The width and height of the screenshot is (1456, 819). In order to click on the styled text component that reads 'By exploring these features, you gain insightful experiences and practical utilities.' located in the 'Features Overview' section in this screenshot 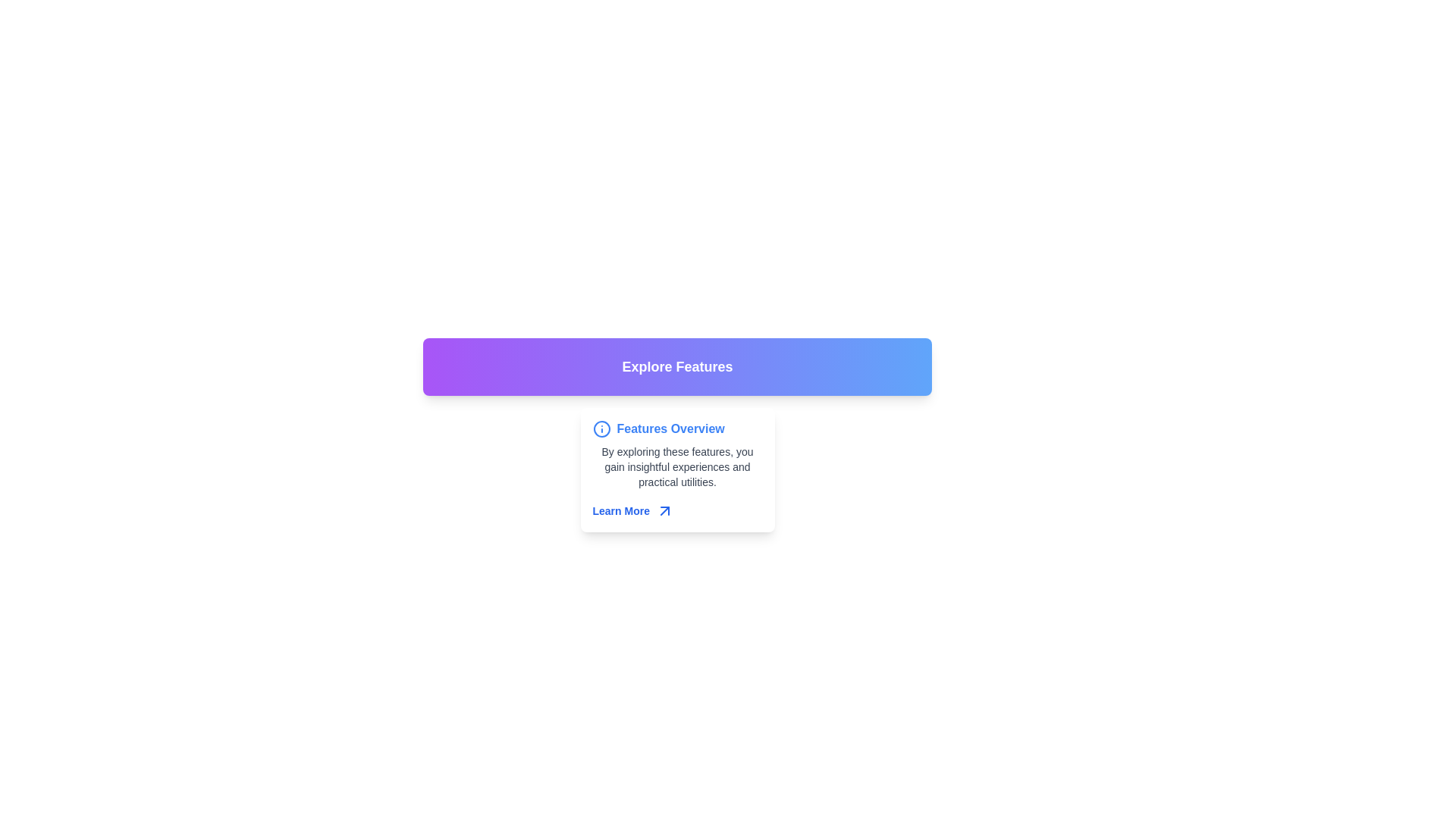, I will do `click(676, 466)`.